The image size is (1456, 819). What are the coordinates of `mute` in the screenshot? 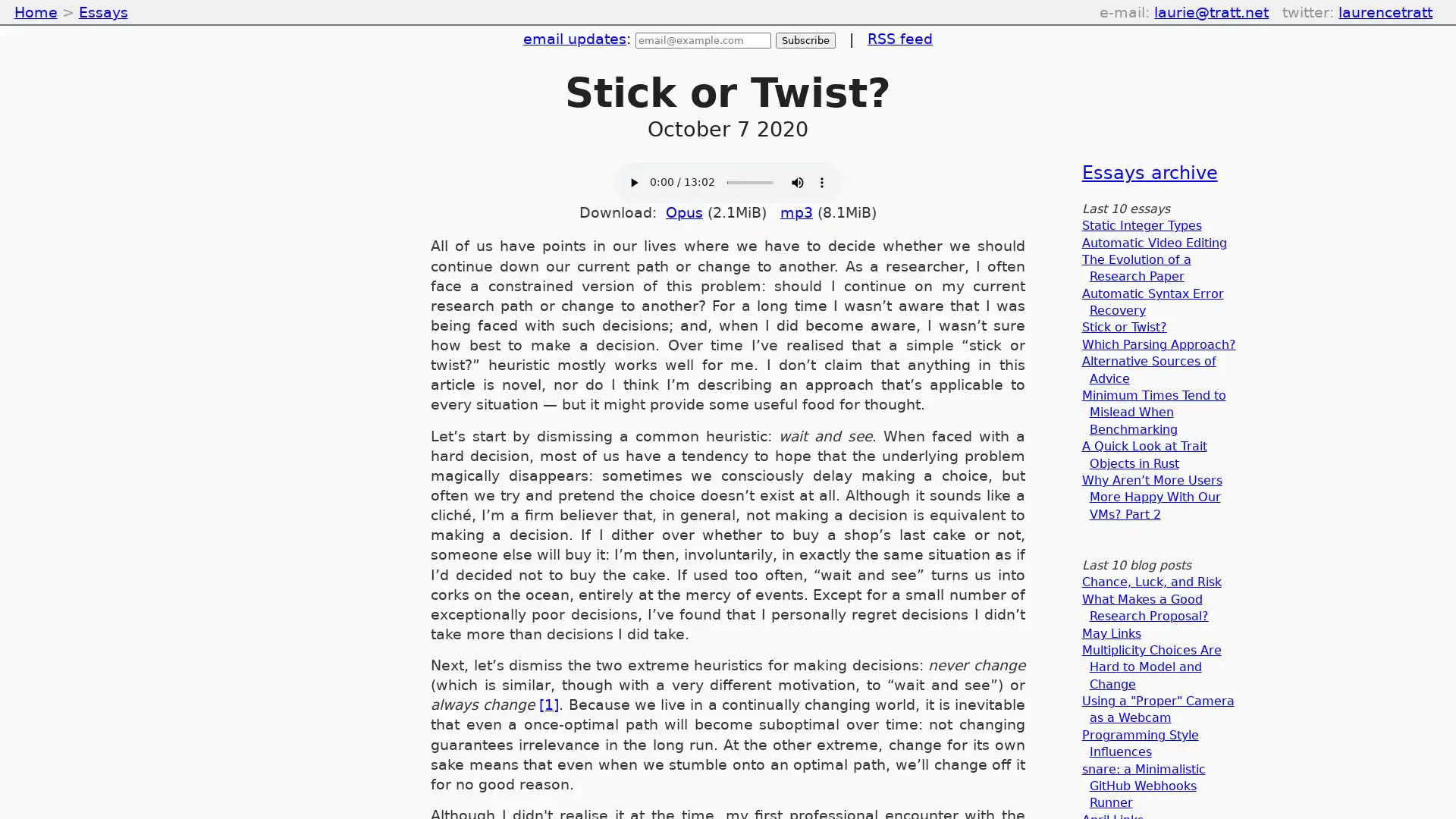 It's located at (796, 180).